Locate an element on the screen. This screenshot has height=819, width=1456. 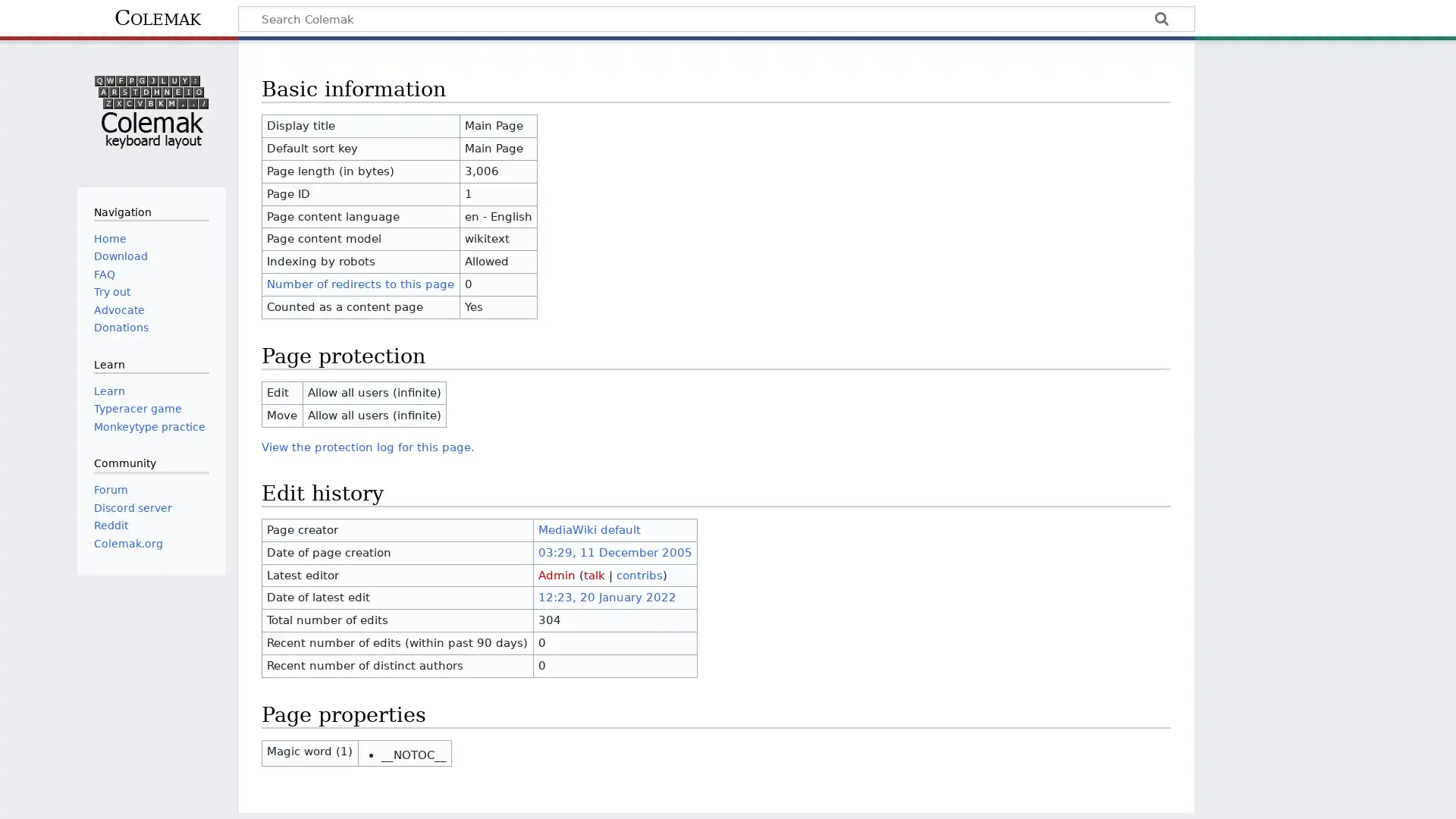
Go is located at coordinates (1160, 20).